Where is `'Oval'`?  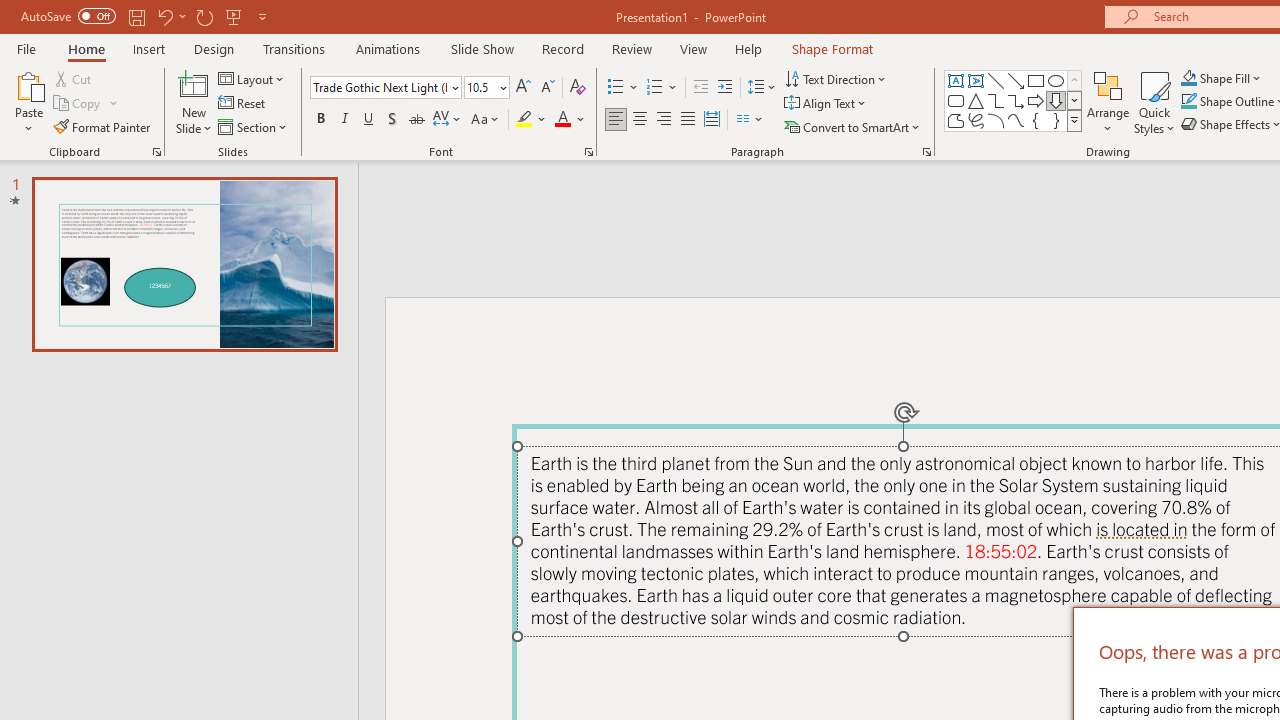 'Oval' is located at coordinates (1055, 80).